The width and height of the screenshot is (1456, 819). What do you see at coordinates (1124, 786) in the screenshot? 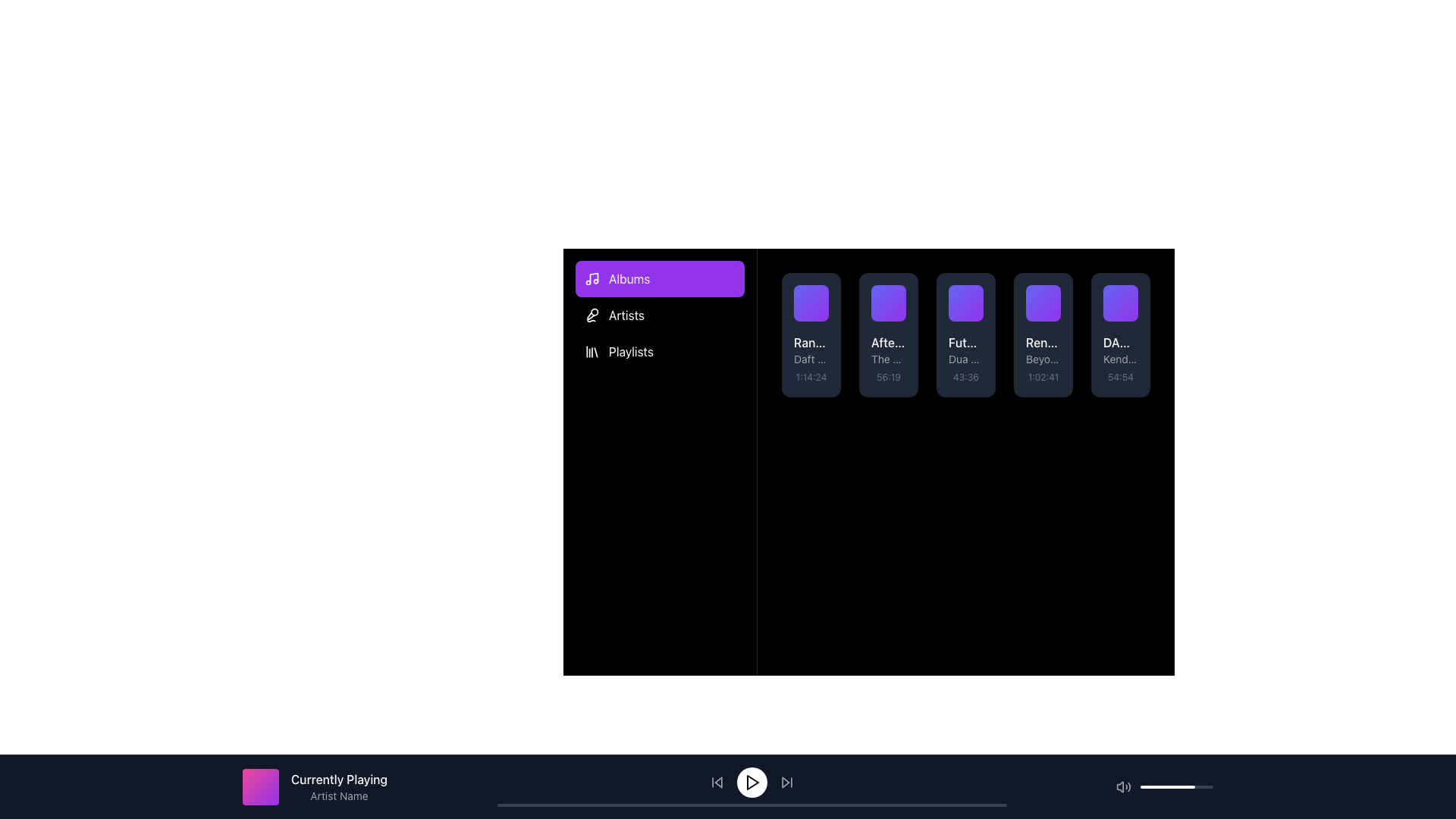
I see `the volume control icon located at the bottom left of the media control bar` at bounding box center [1124, 786].